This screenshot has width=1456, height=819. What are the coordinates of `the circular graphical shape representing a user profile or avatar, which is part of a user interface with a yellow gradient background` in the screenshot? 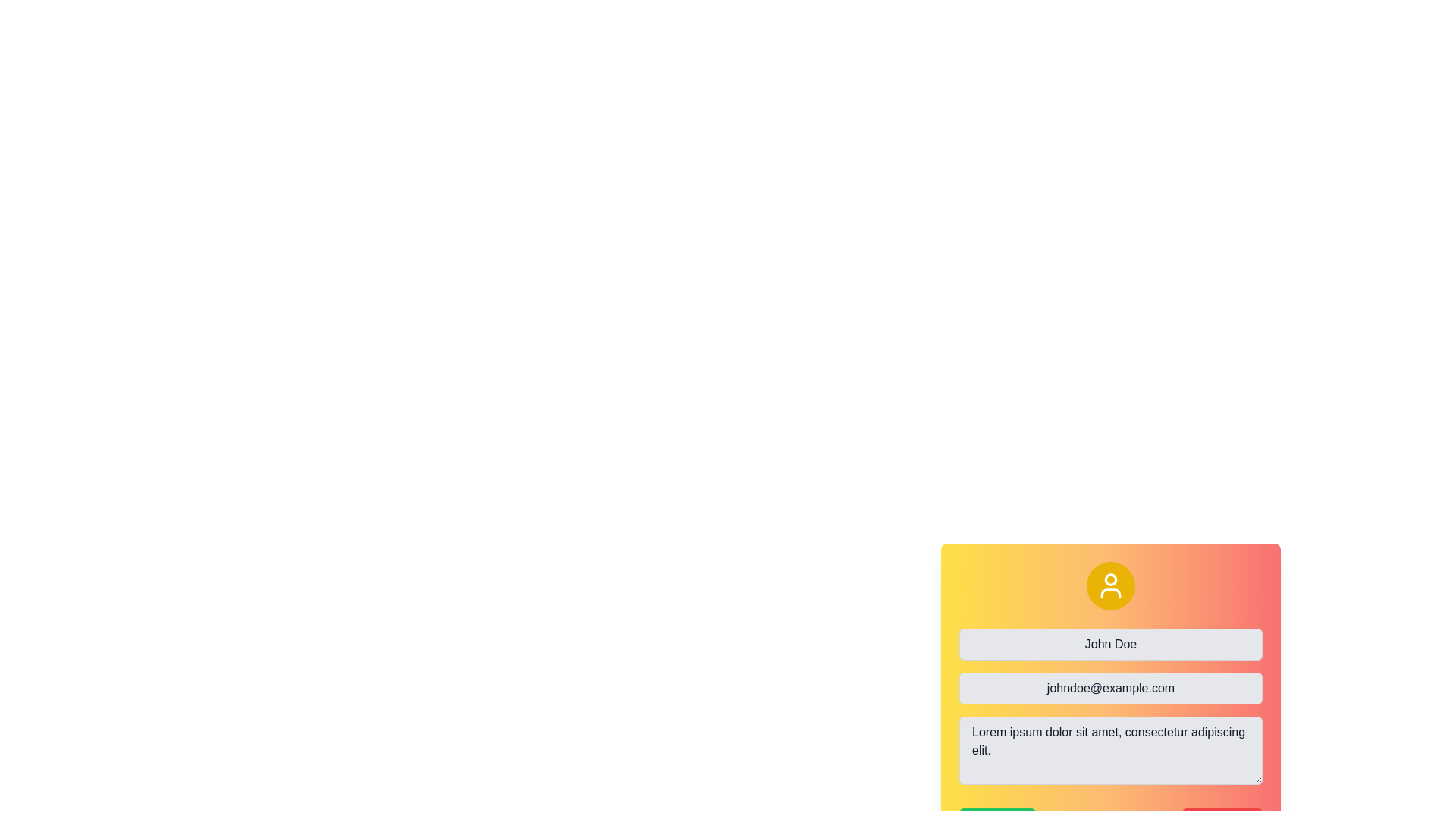 It's located at (1110, 579).